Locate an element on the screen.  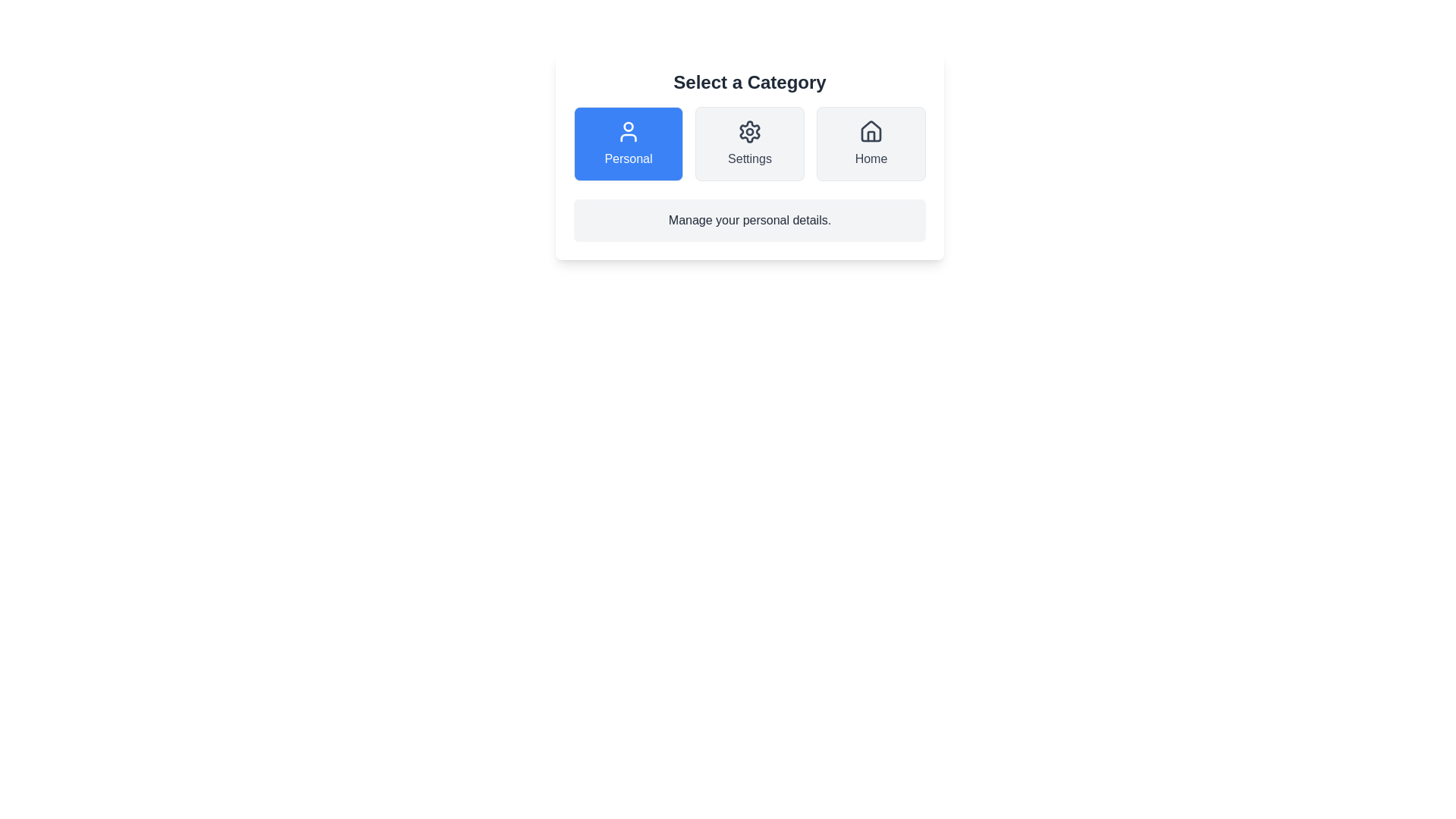
the category description text to select it is located at coordinates (749, 220).